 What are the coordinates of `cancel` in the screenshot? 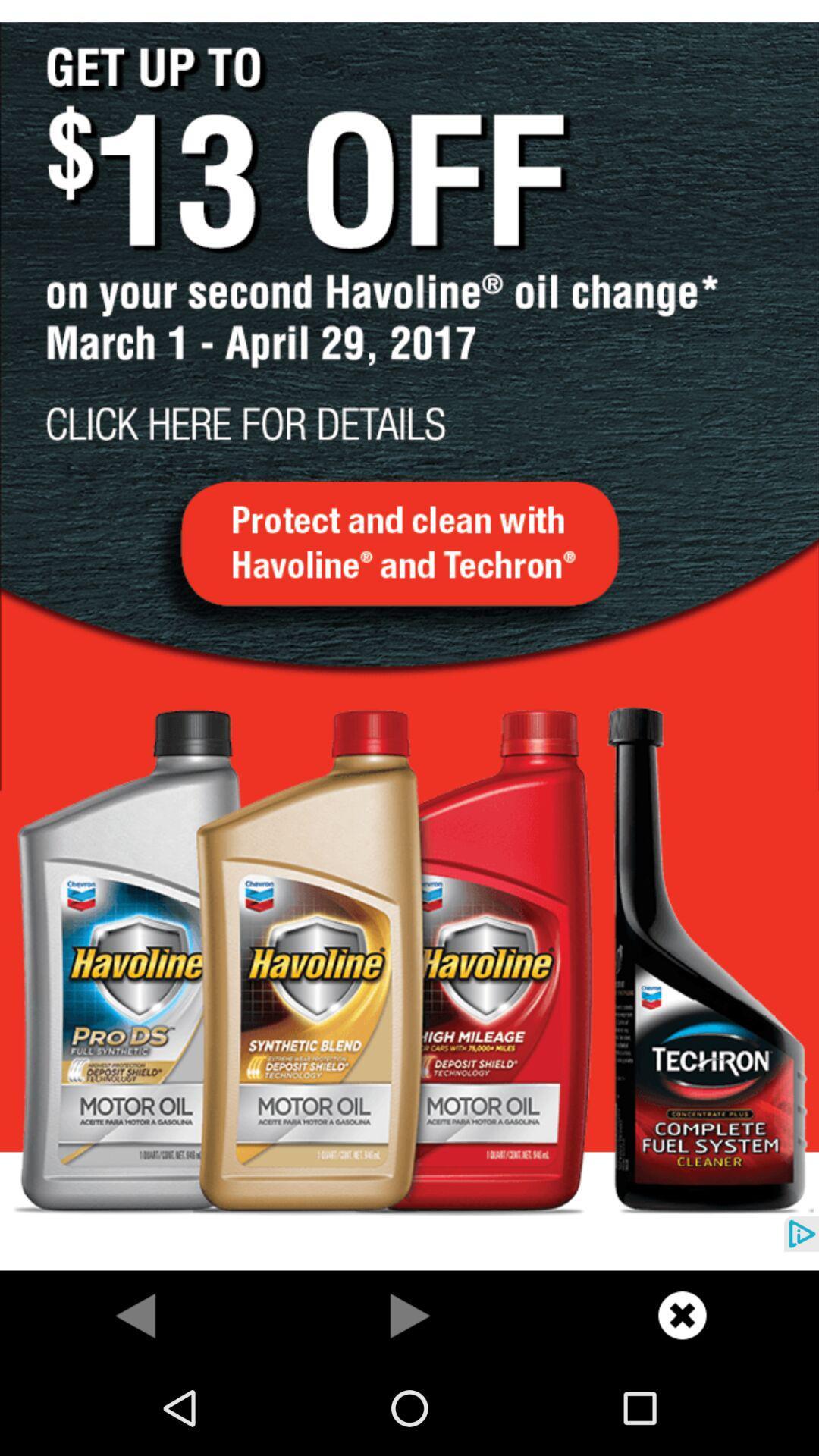 It's located at (681, 1314).